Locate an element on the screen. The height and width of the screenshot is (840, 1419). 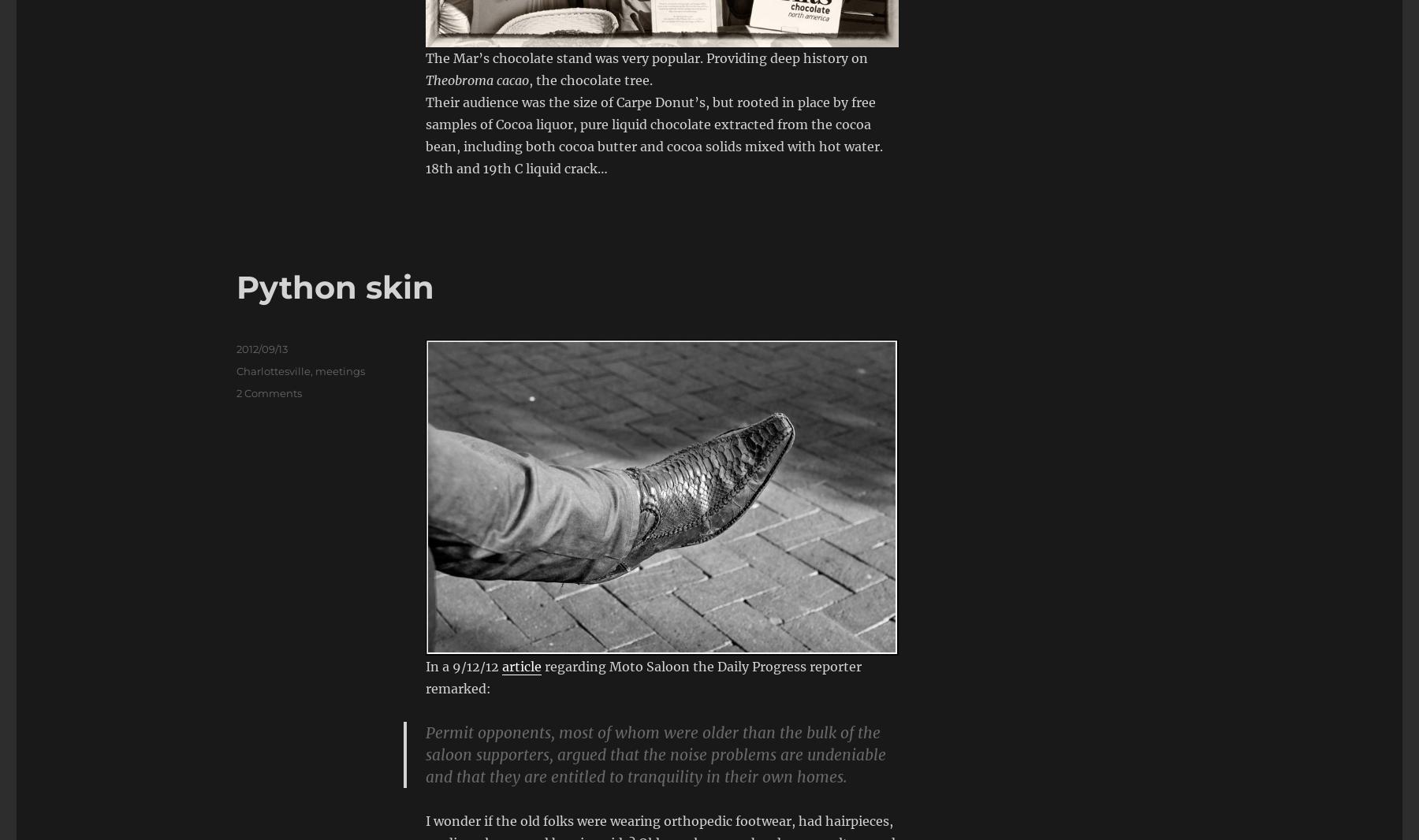
'meetings' is located at coordinates (340, 370).